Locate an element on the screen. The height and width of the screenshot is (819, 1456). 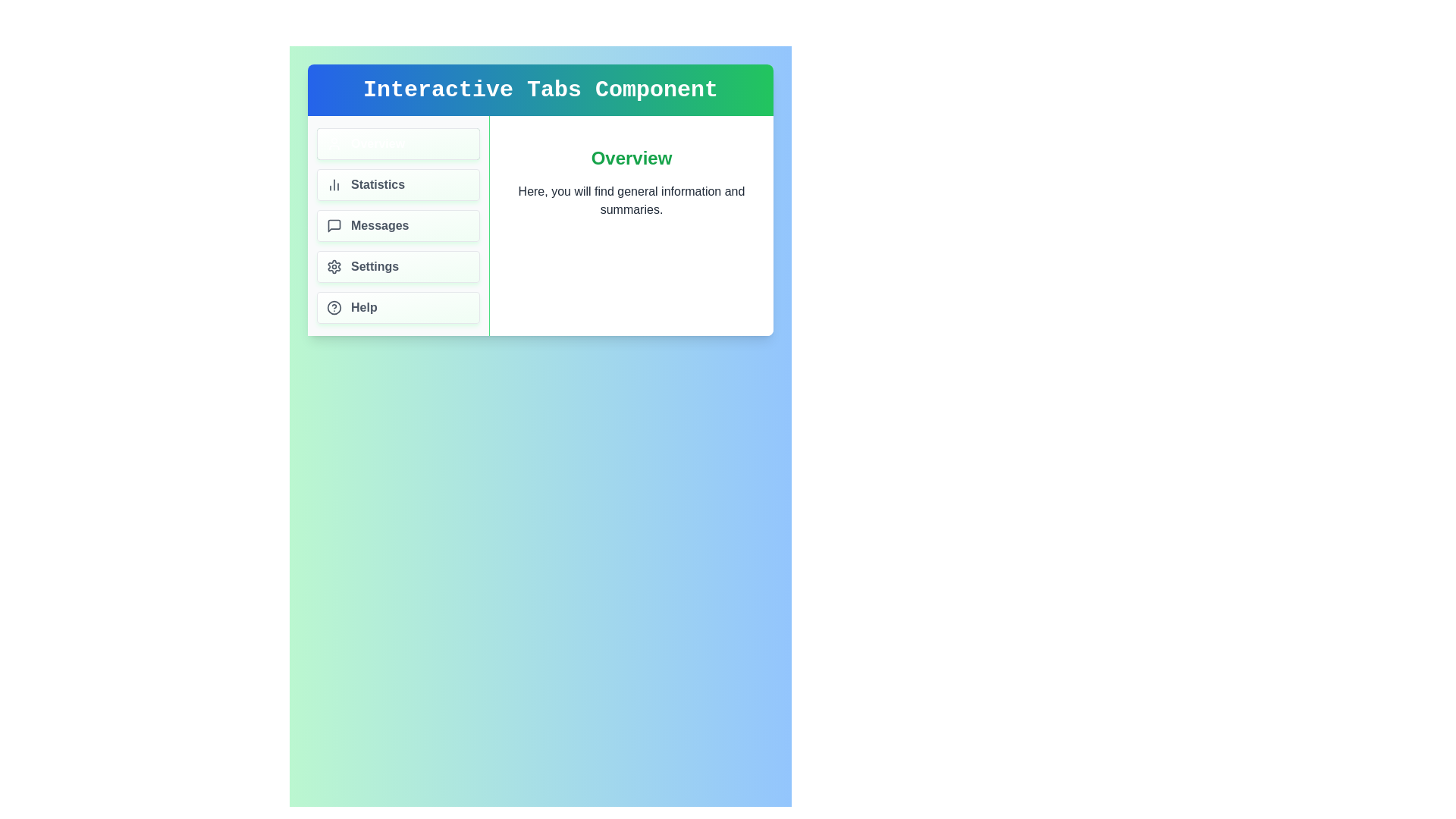
the tab labeled Statistics by clicking on its area is located at coordinates (398, 184).